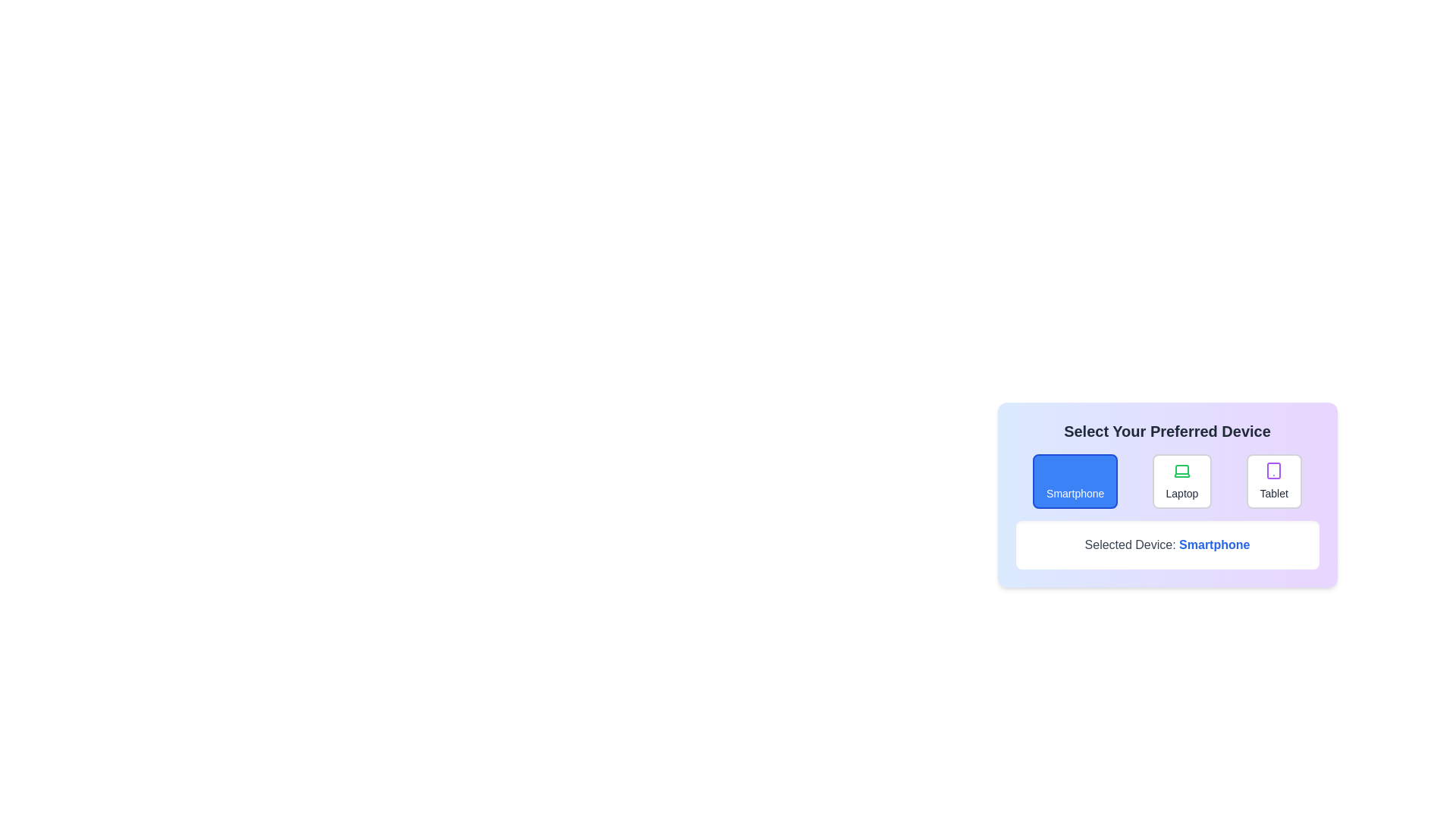 This screenshot has height=819, width=1456. I want to click on the Text Label that indicates the currently selected device, which displays 'Smartphone' as part of the sentence 'Selected Device: Smartphone.', so click(1214, 544).